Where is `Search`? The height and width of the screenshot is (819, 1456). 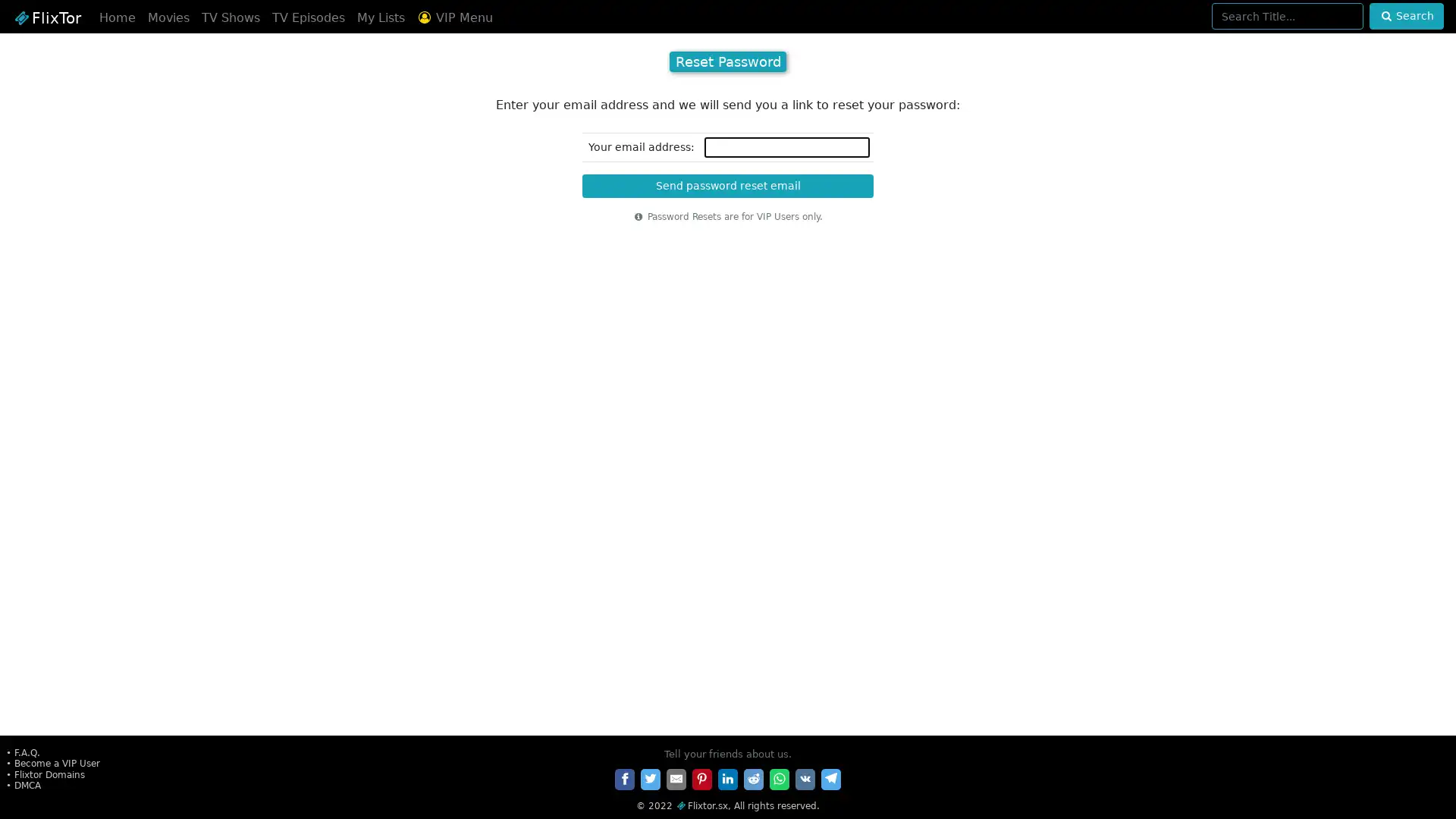
Search is located at coordinates (1405, 16).